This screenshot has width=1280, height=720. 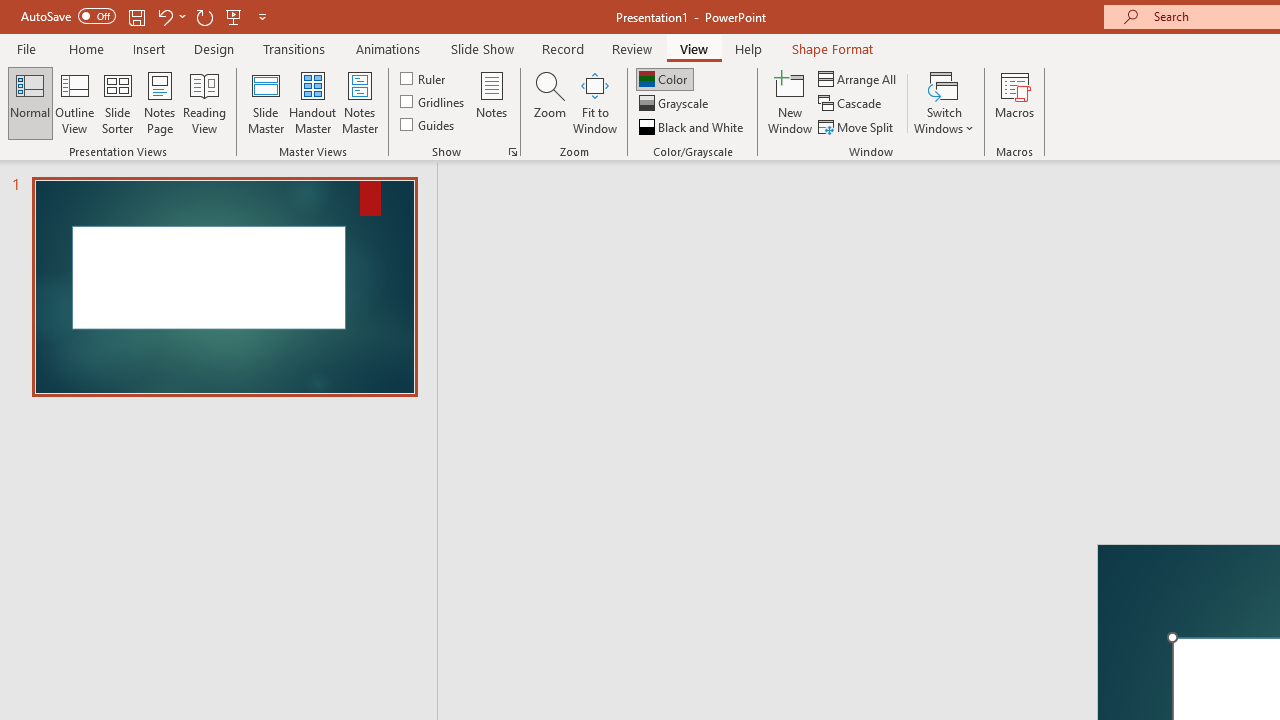 I want to click on 'Fit to Window', so click(x=594, y=103).